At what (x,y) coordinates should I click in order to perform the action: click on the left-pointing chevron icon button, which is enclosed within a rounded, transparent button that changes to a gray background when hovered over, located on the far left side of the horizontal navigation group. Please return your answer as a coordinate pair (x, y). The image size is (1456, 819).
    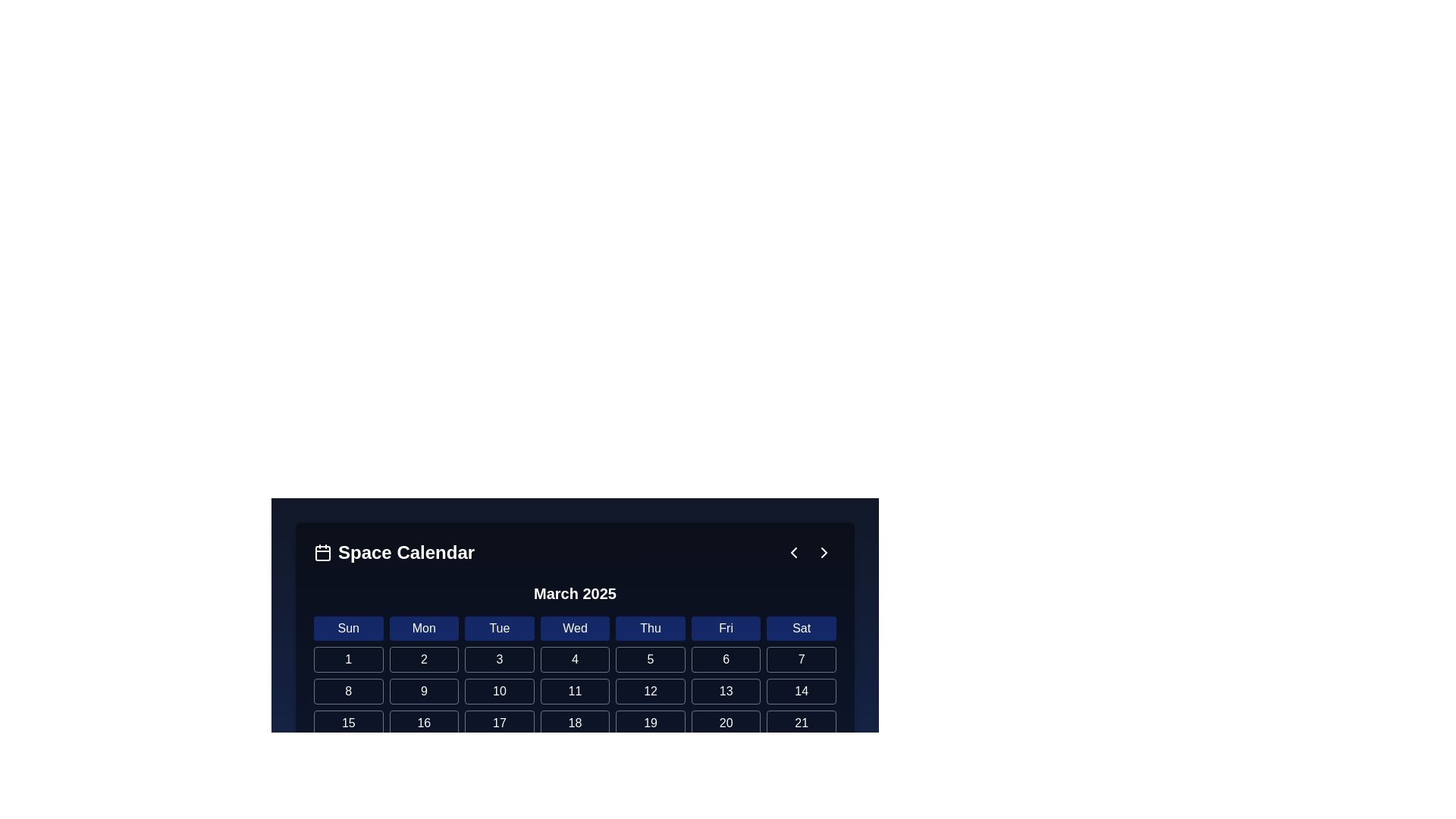
    Looking at the image, I should click on (792, 553).